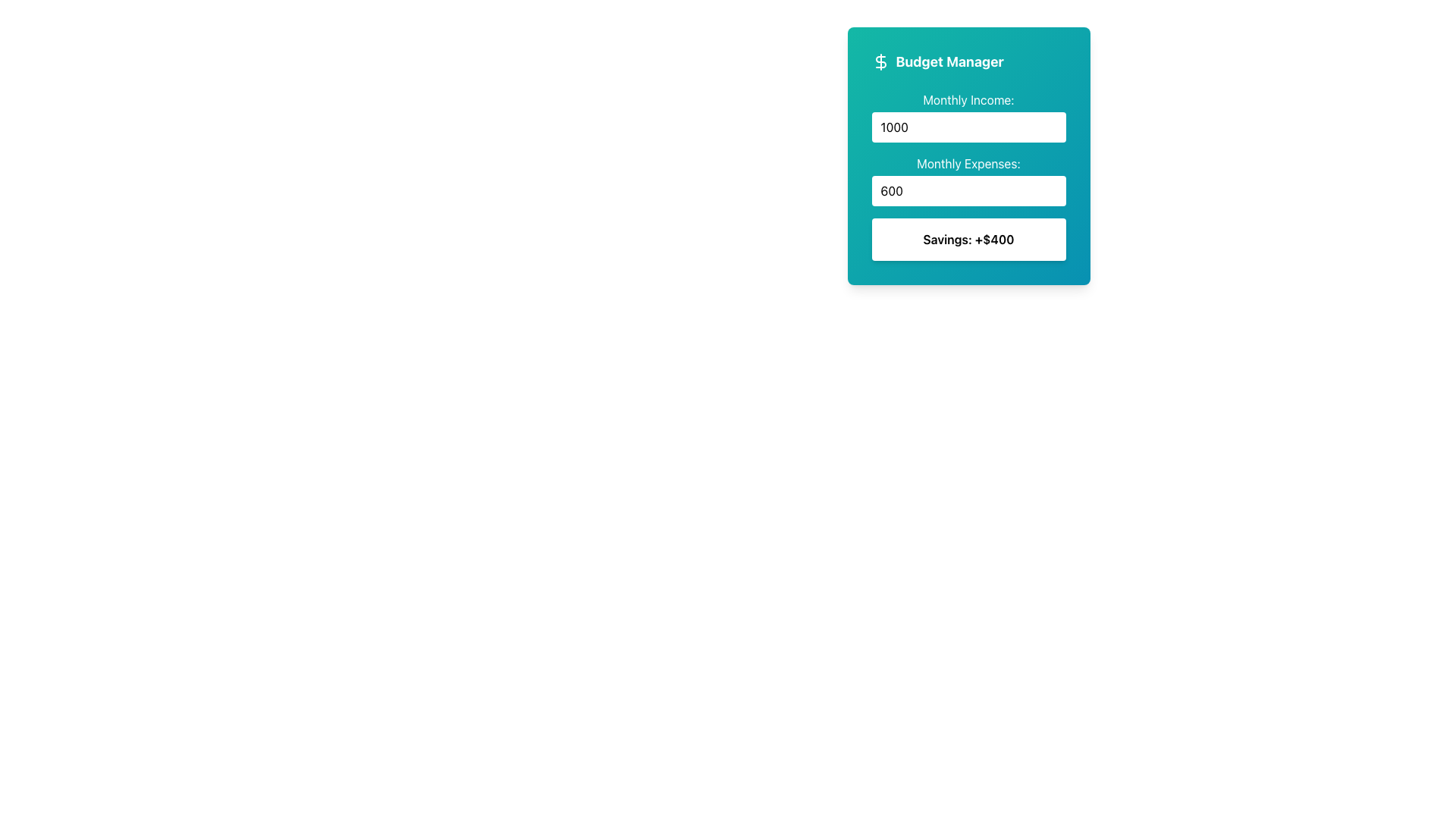 This screenshot has width=1456, height=819. I want to click on the Static Text Label above the input field in the 'Budget Manager' card to provide context to the user about the expected input, so click(968, 99).